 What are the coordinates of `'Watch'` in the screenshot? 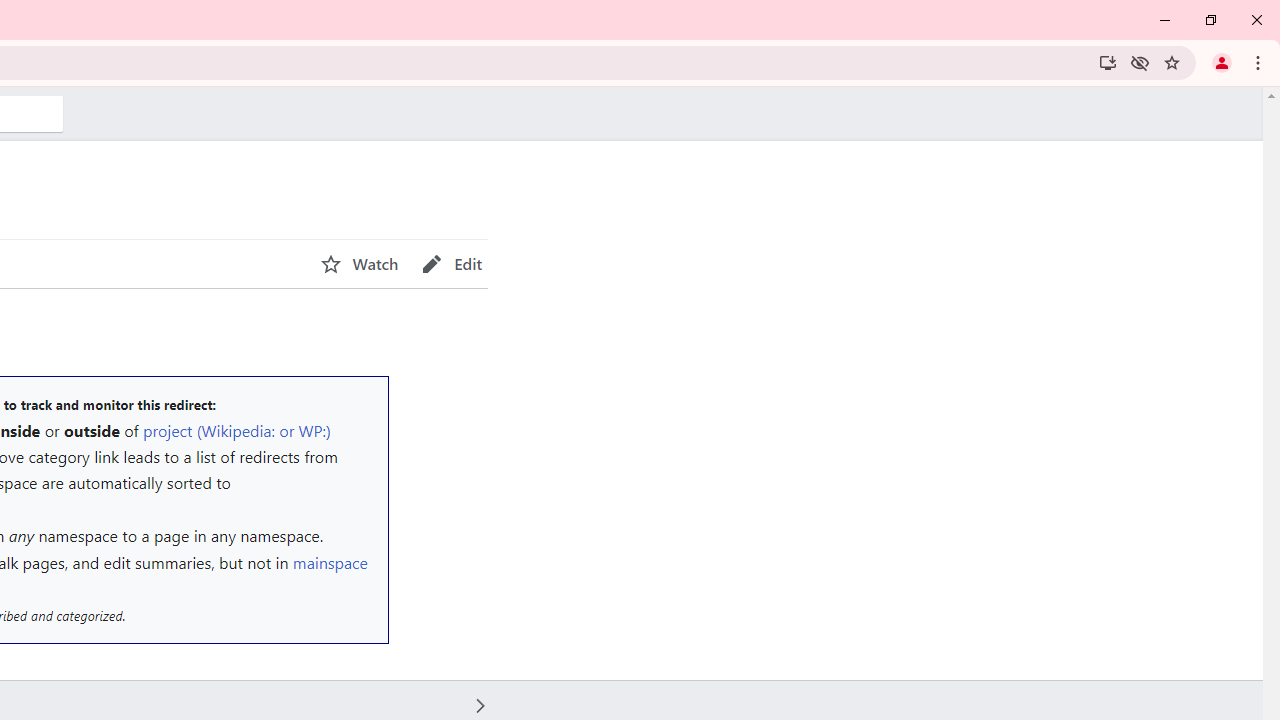 It's located at (359, 263).